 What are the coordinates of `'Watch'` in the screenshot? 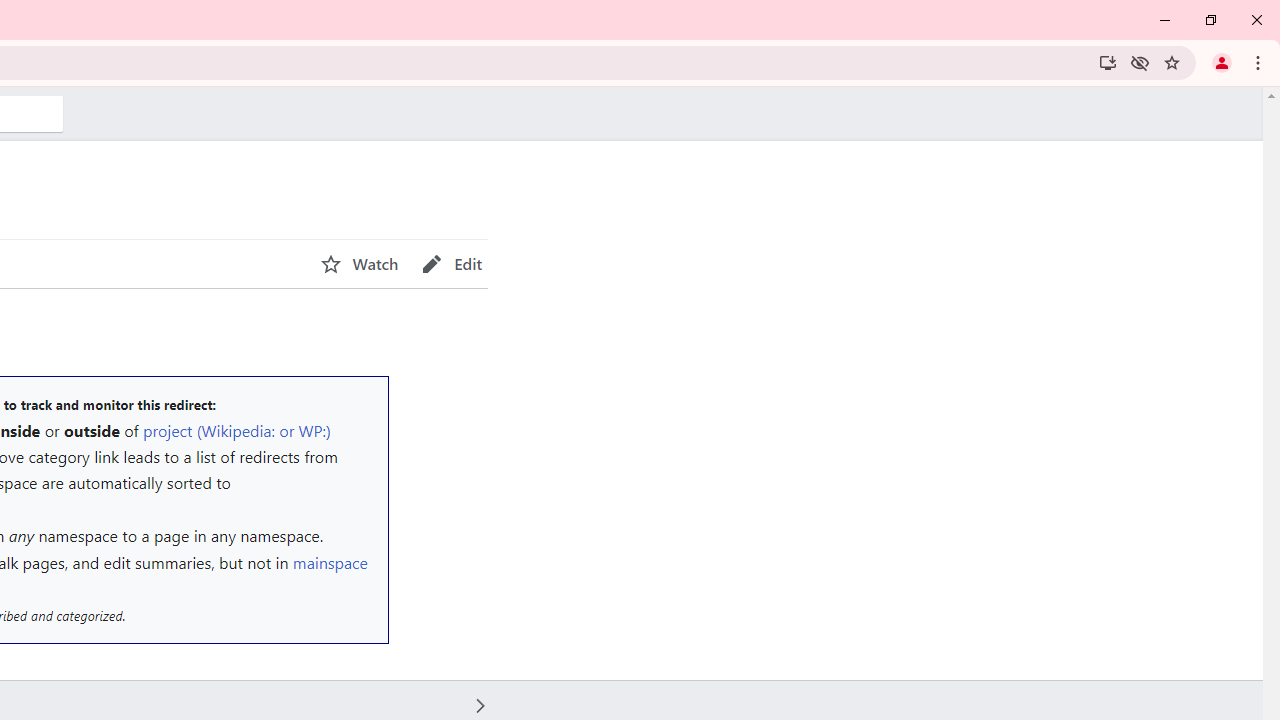 It's located at (359, 263).